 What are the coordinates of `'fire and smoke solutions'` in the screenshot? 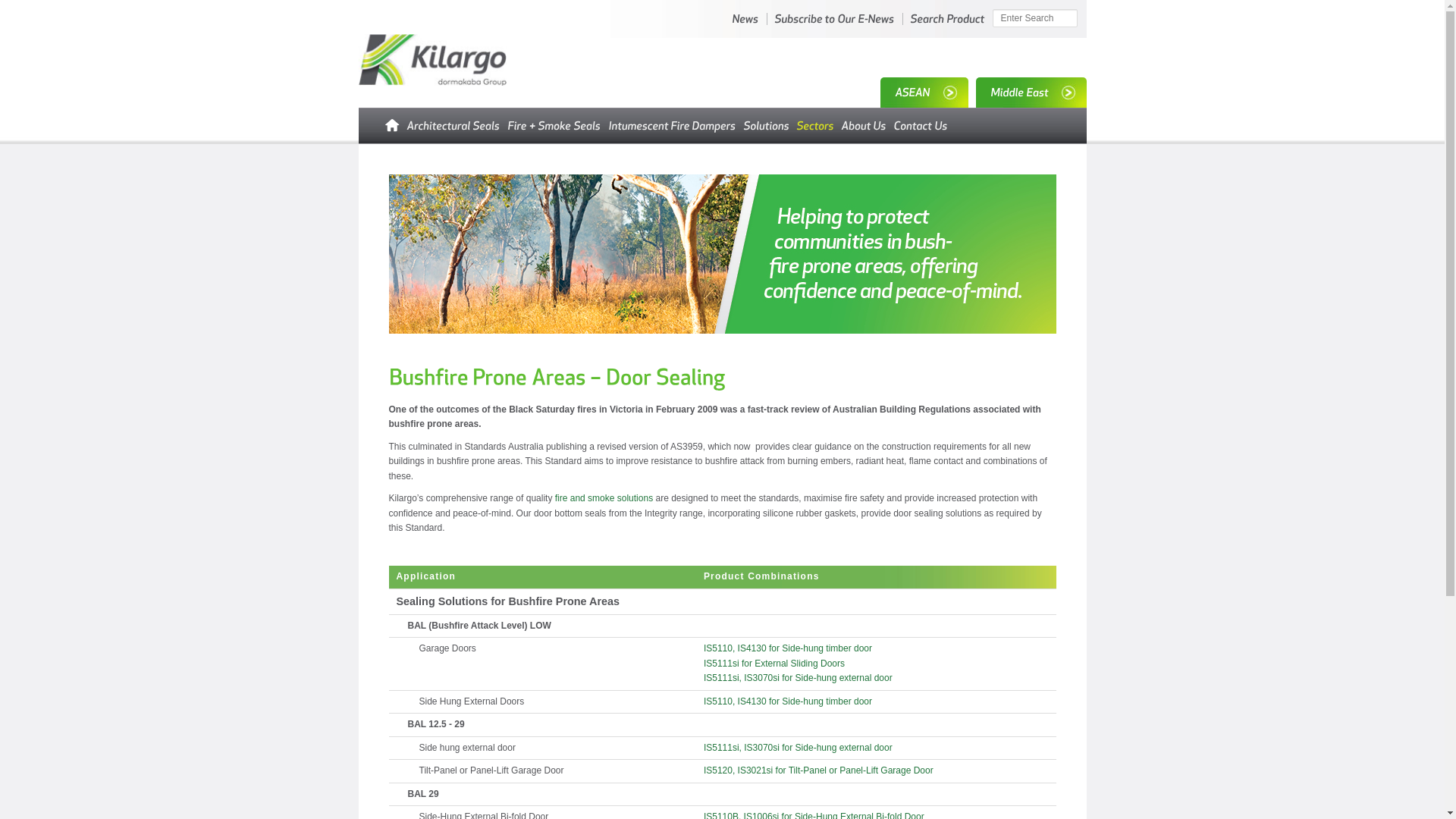 It's located at (603, 497).